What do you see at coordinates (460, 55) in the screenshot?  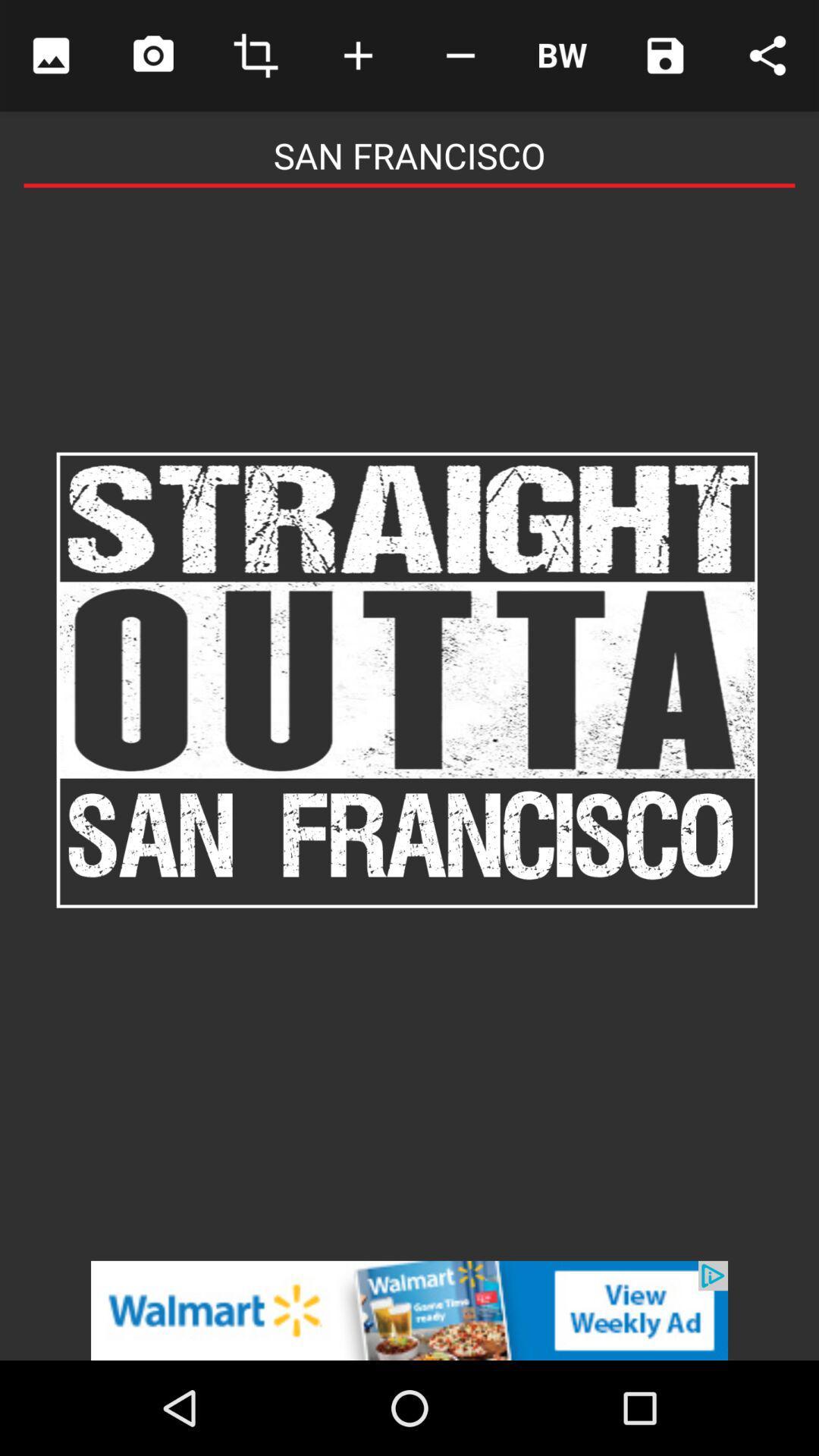 I see `the minus icon` at bounding box center [460, 55].